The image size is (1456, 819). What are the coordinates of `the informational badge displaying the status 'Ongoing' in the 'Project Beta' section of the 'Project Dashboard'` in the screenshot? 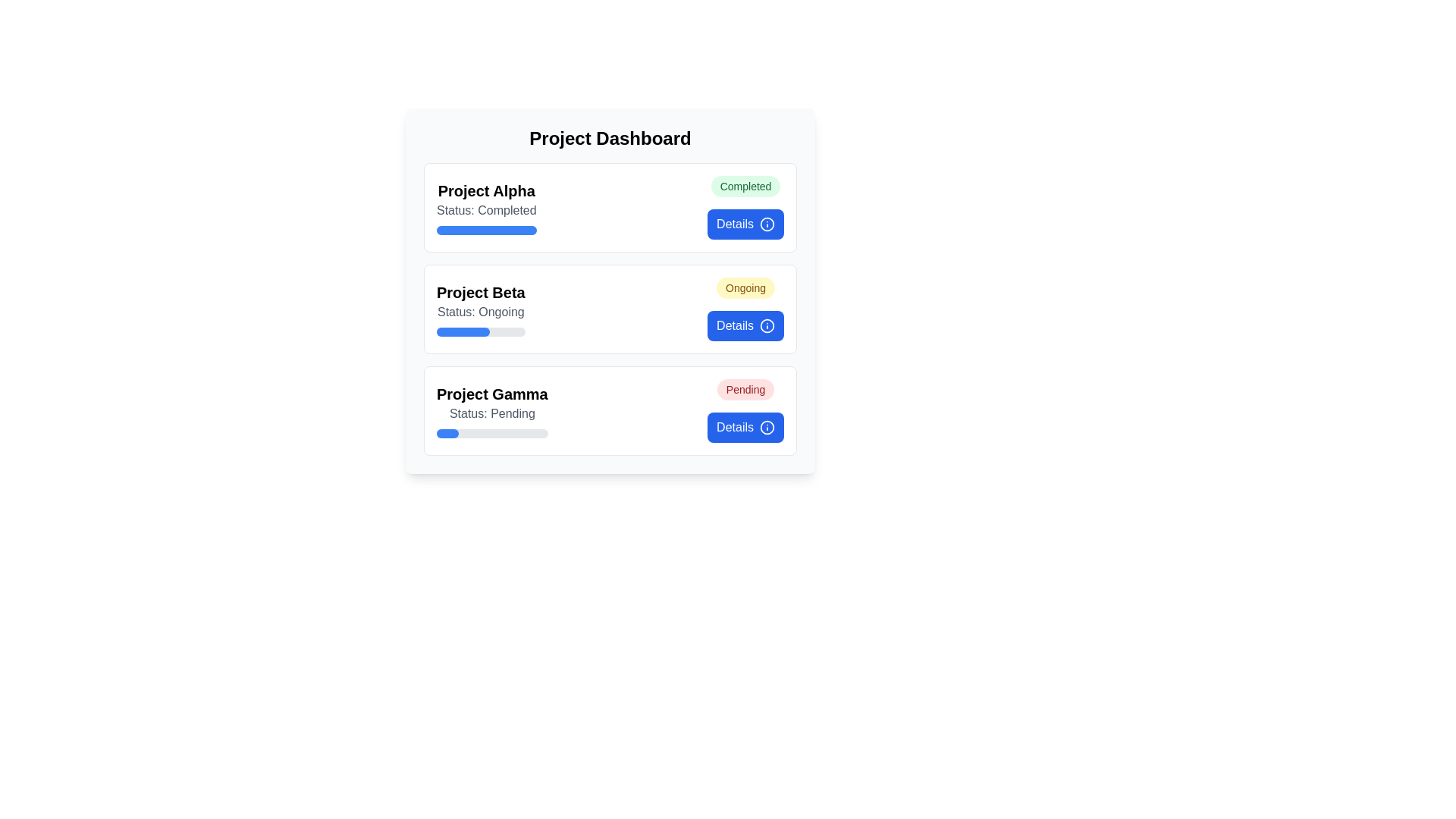 It's located at (745, 288).